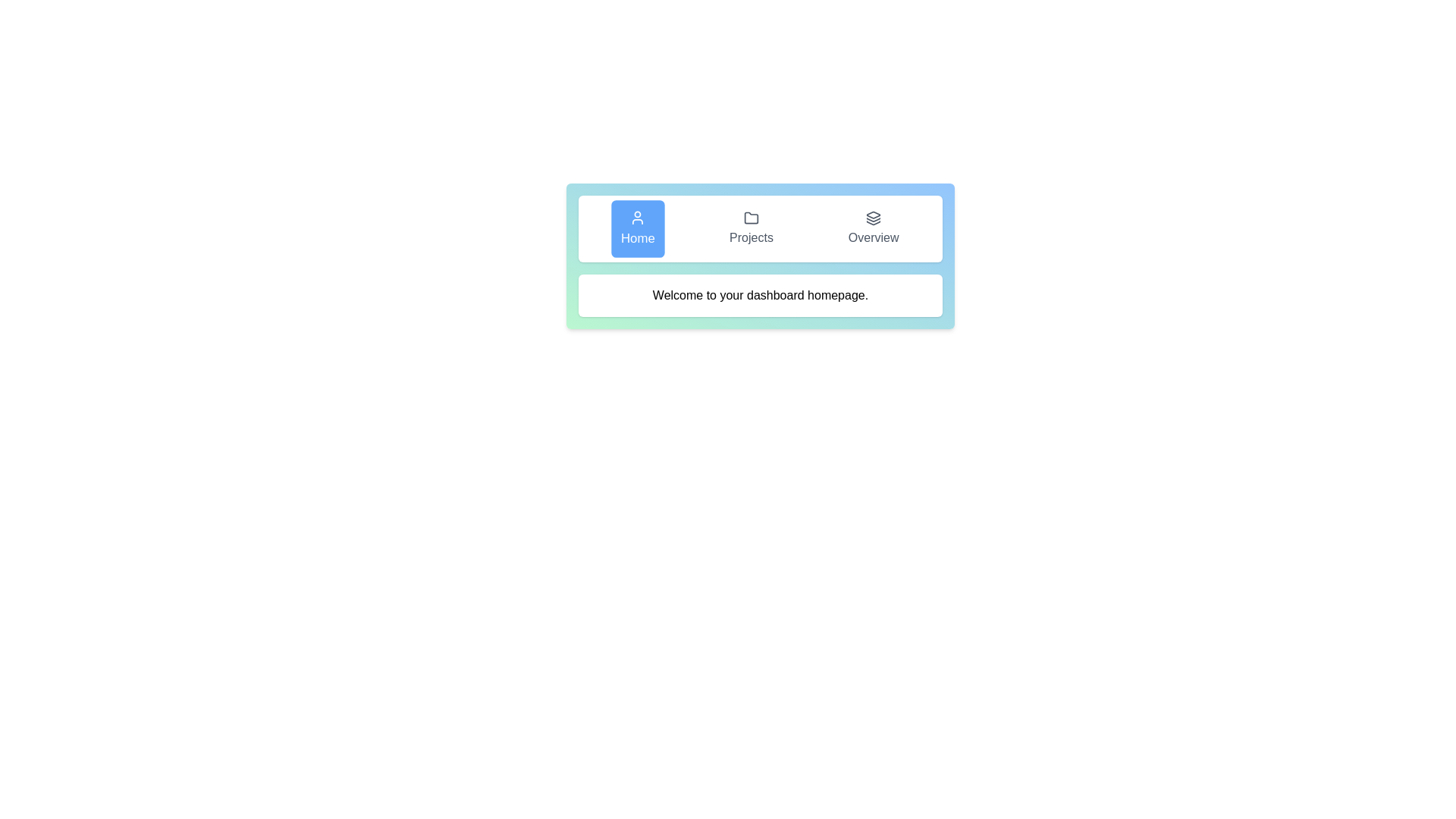 The width and height of the screenshot is (1456, 819). I want to click on the 'Overview' button, which is the third button in a horizontal menu styled with a vertical layout and an icon of stacked layers above the label, so click(874, 228).